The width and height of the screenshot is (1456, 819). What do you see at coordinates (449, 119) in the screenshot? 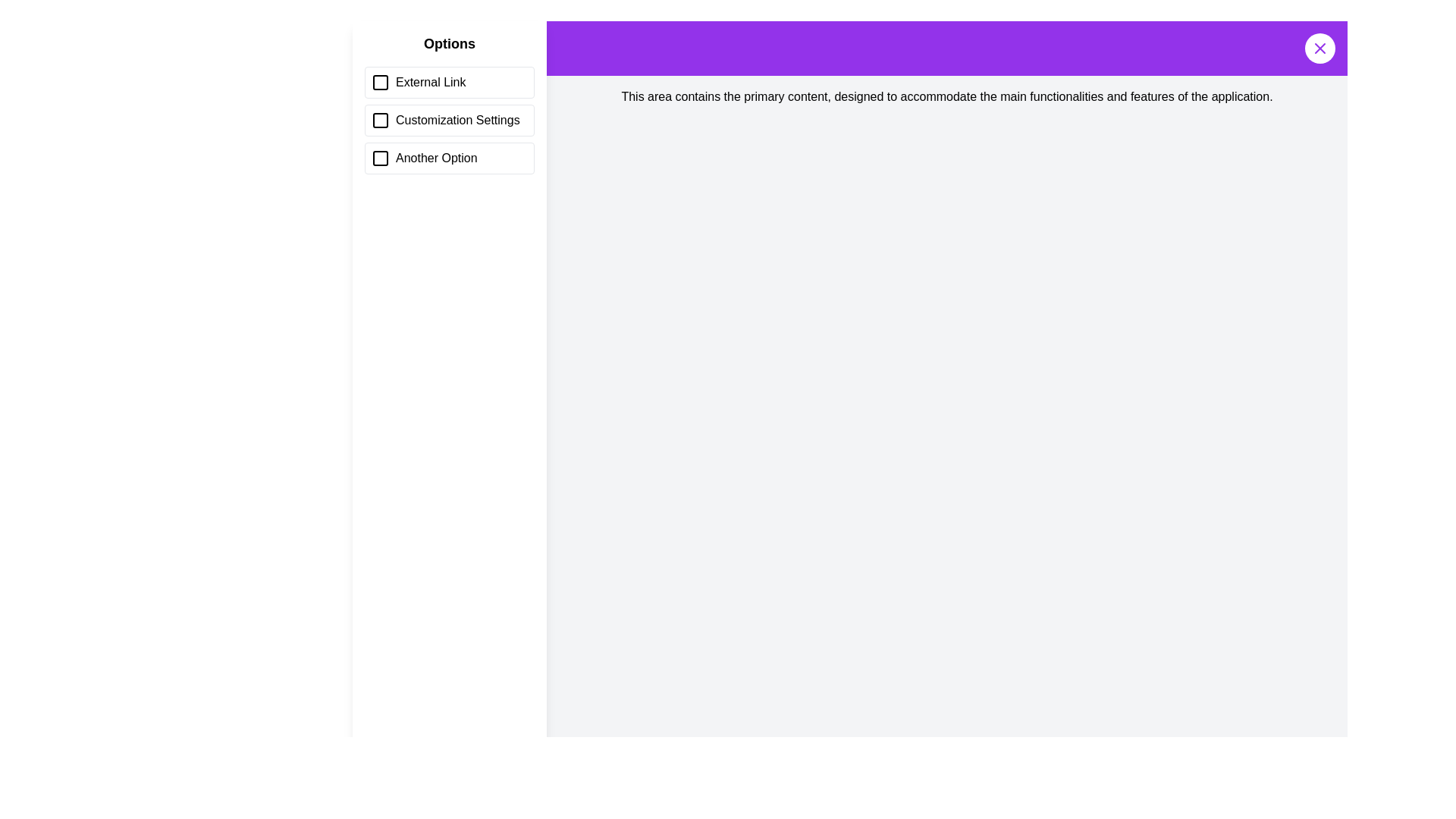
I see `the Checkbox labeled 'Customization Settings'` at bounding box center [449, 119].